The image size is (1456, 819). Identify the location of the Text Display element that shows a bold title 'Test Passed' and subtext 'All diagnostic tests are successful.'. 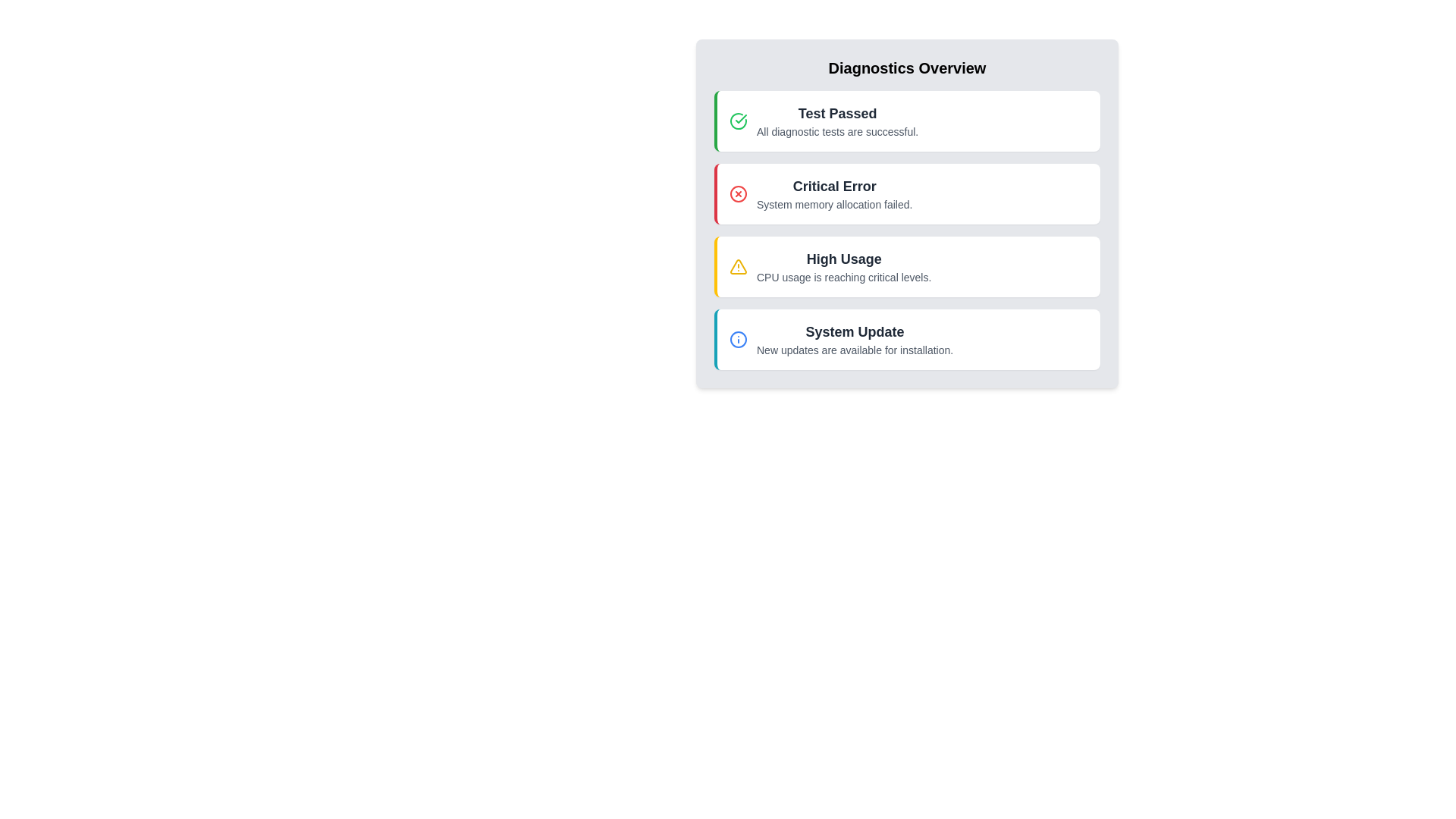
(836, 120).